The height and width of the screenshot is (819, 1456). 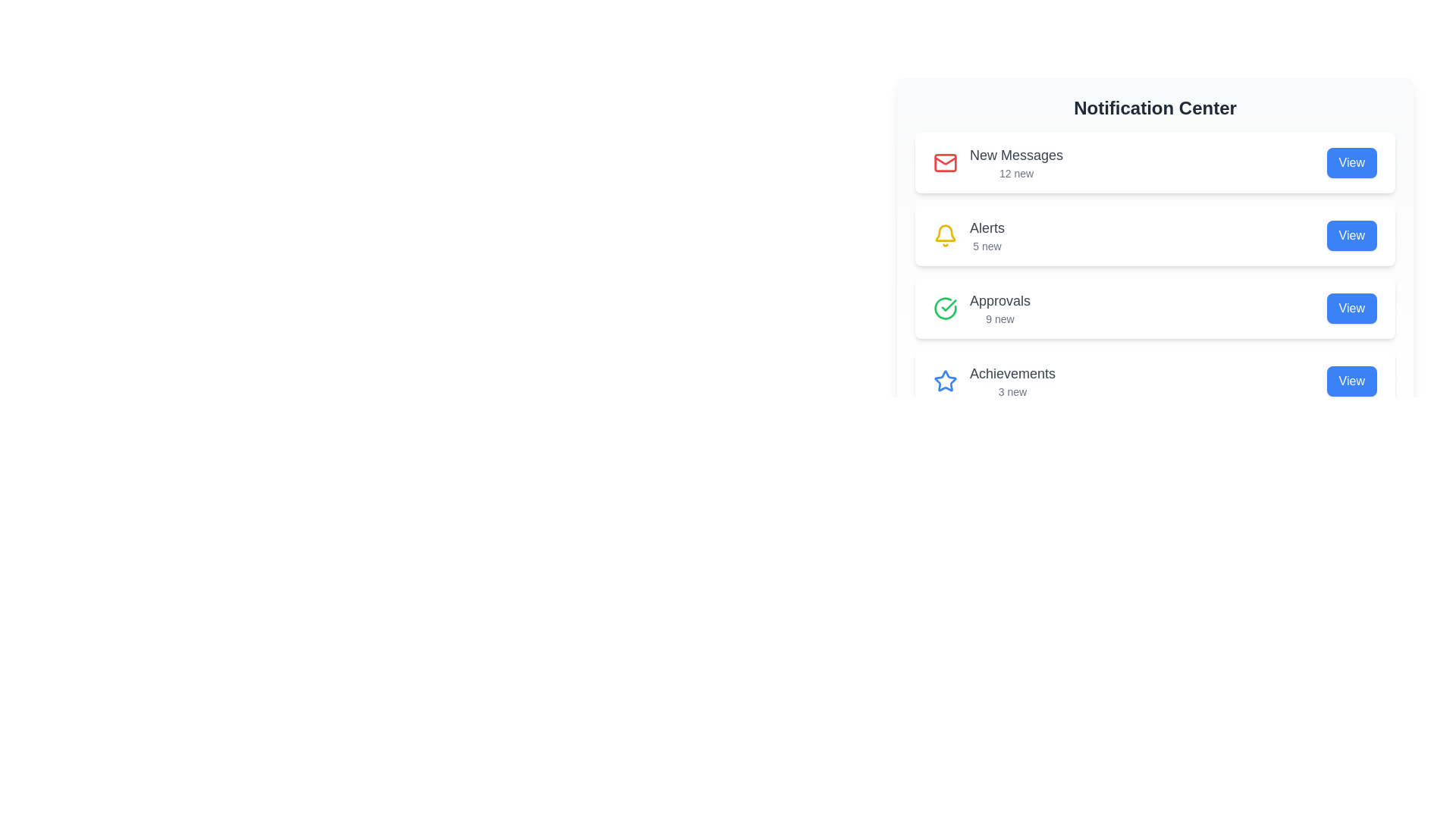 What do you see at coordinates (945, 161) in the screenshot?
I see `the red line segment forming the upper section of the mail envelope icon located in the topmost notification section titled 'New Messages 12 new'` at bounding box center [945, 161].